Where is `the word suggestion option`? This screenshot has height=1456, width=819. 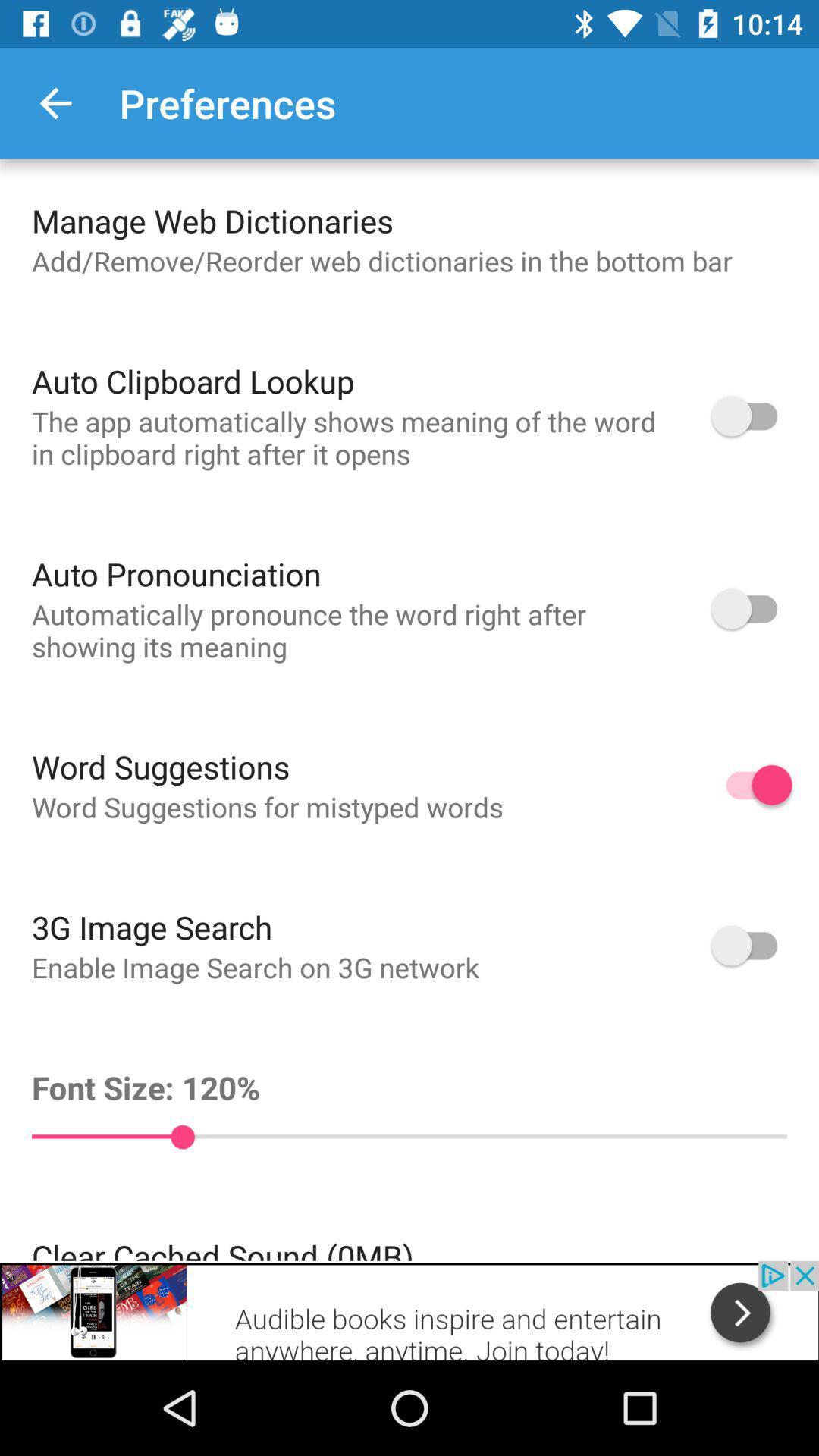
the word suggestion option is located at coordinates (752, 785).